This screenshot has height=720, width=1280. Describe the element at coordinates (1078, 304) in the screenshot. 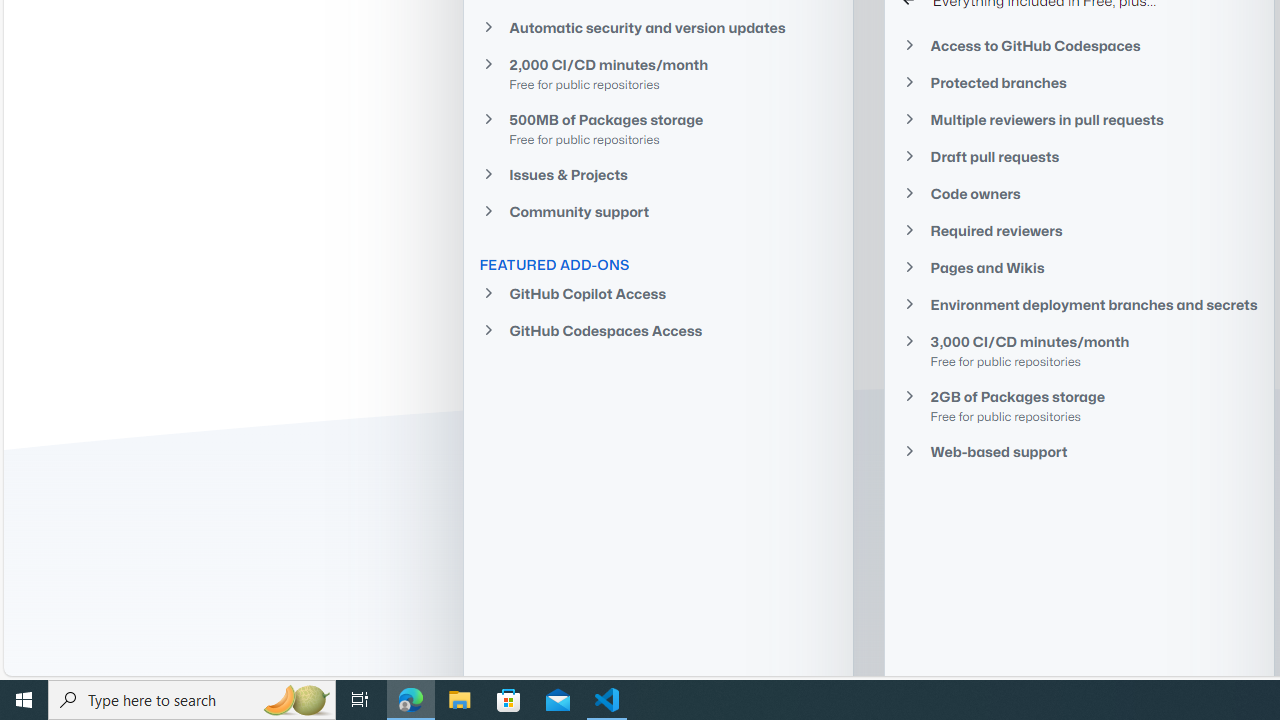

I see `'Environment deployment branches and secrets'` at that location.